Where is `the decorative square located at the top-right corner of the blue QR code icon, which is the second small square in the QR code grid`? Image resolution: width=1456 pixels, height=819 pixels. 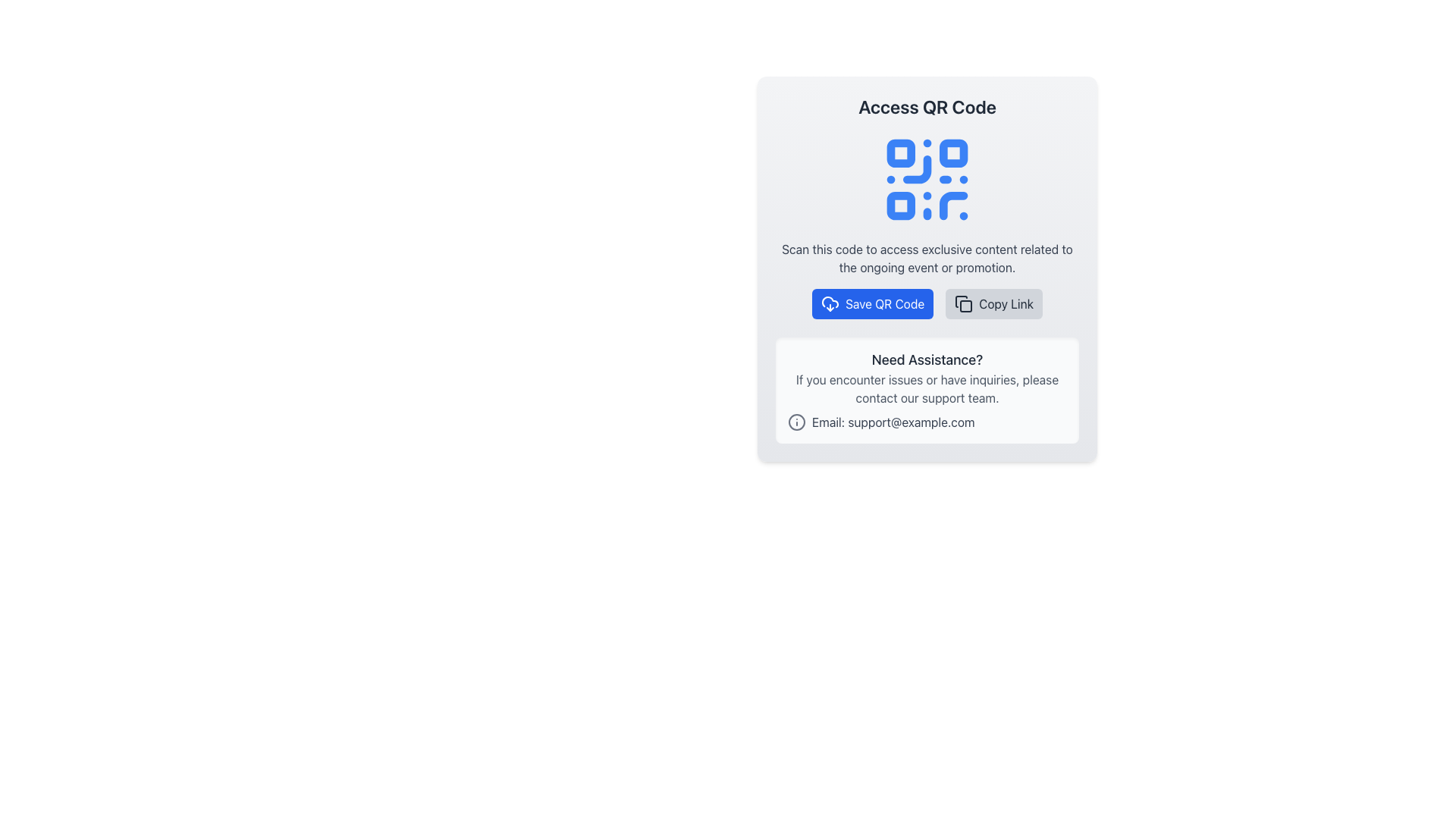
the decorative square located at the top-right corner of the blue QR code icon, which is the second small square in the QR code grid is located at coordinates (952, 153).